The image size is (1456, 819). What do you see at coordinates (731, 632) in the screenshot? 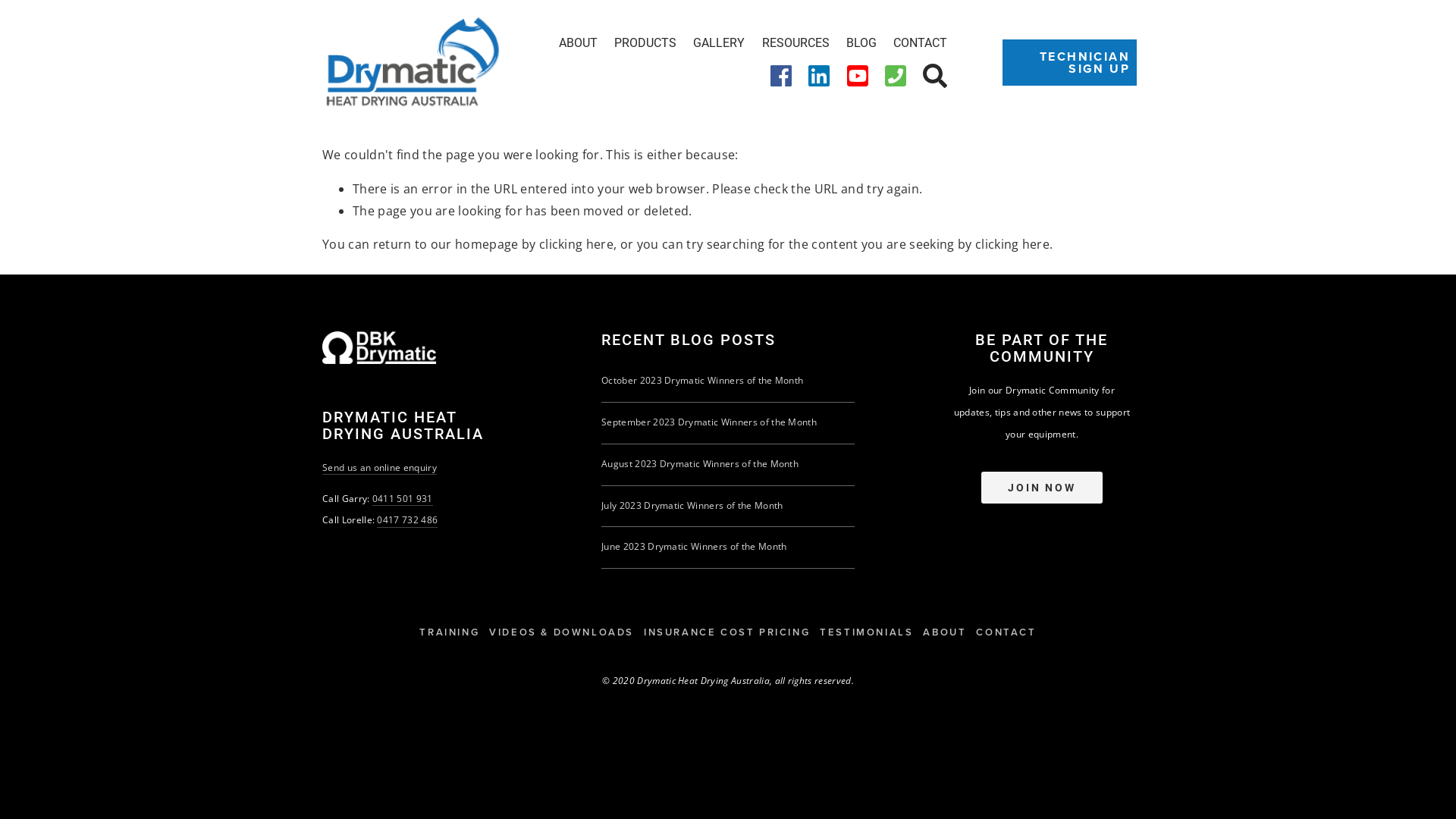
I see `'INSURANCE COST PRICING'` at bounding box center [731, 632].